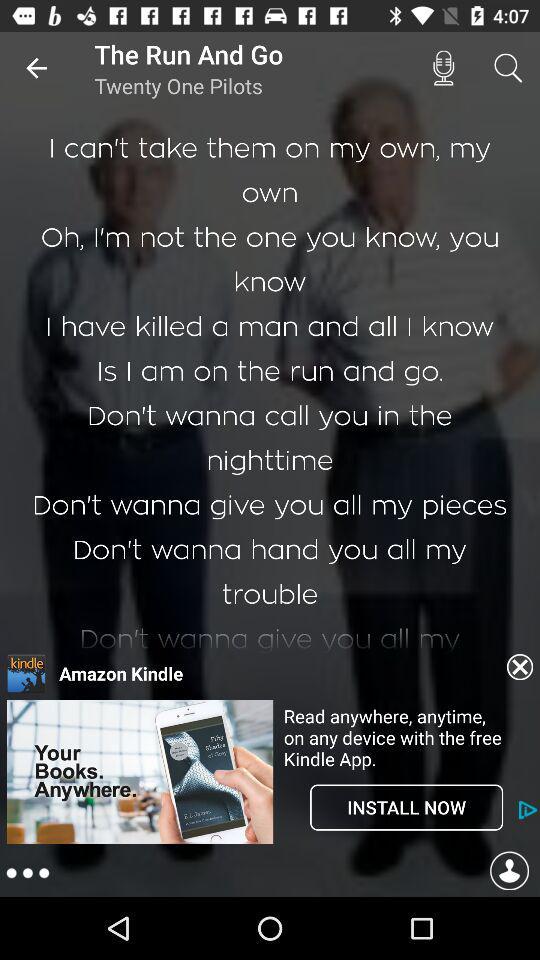 The width and height of the screenshot is (540, 960). I want to click on open menu, so click(26, 872).